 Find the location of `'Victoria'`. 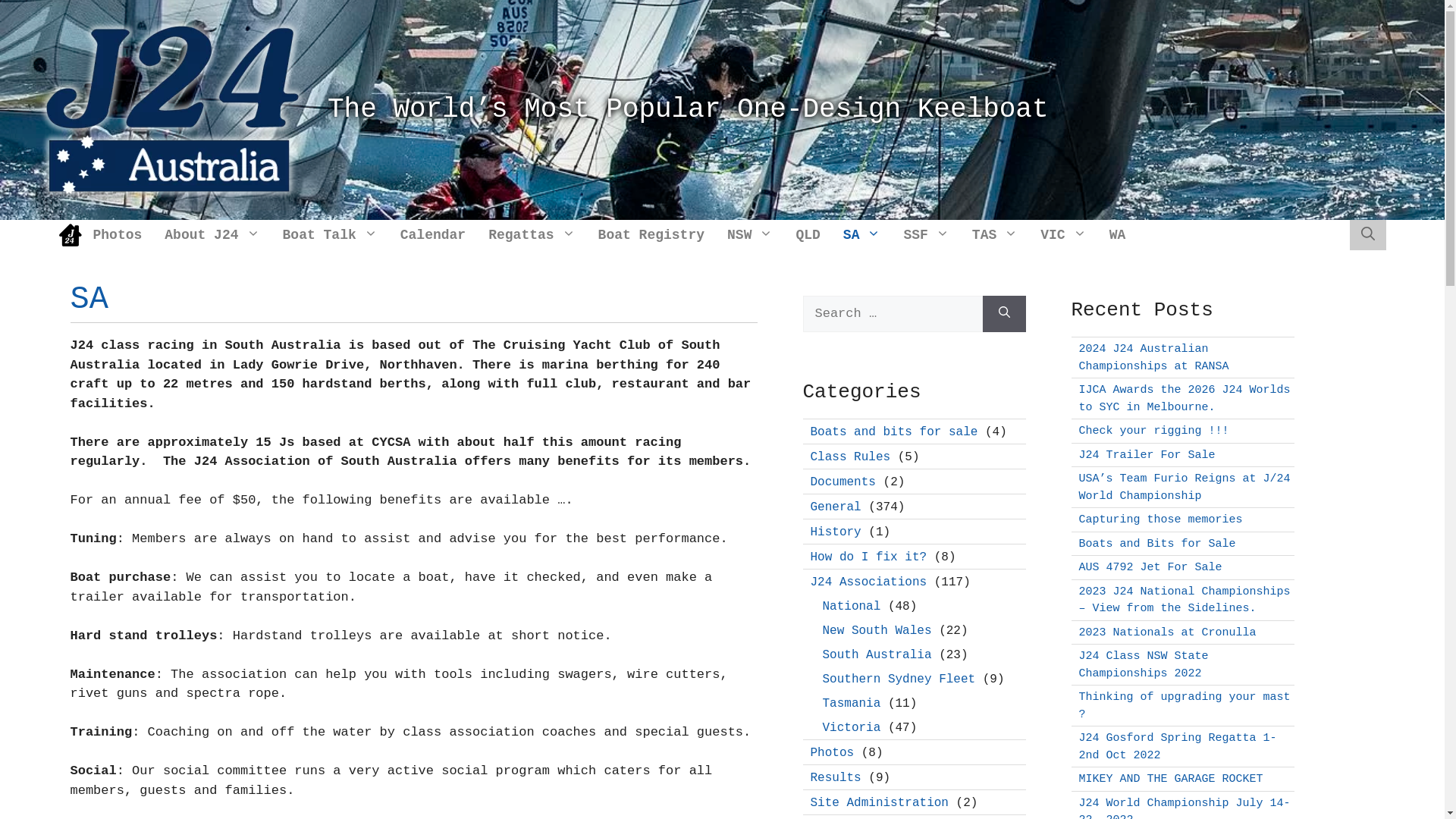

'Victoria' is located at coordinates (851, 726).